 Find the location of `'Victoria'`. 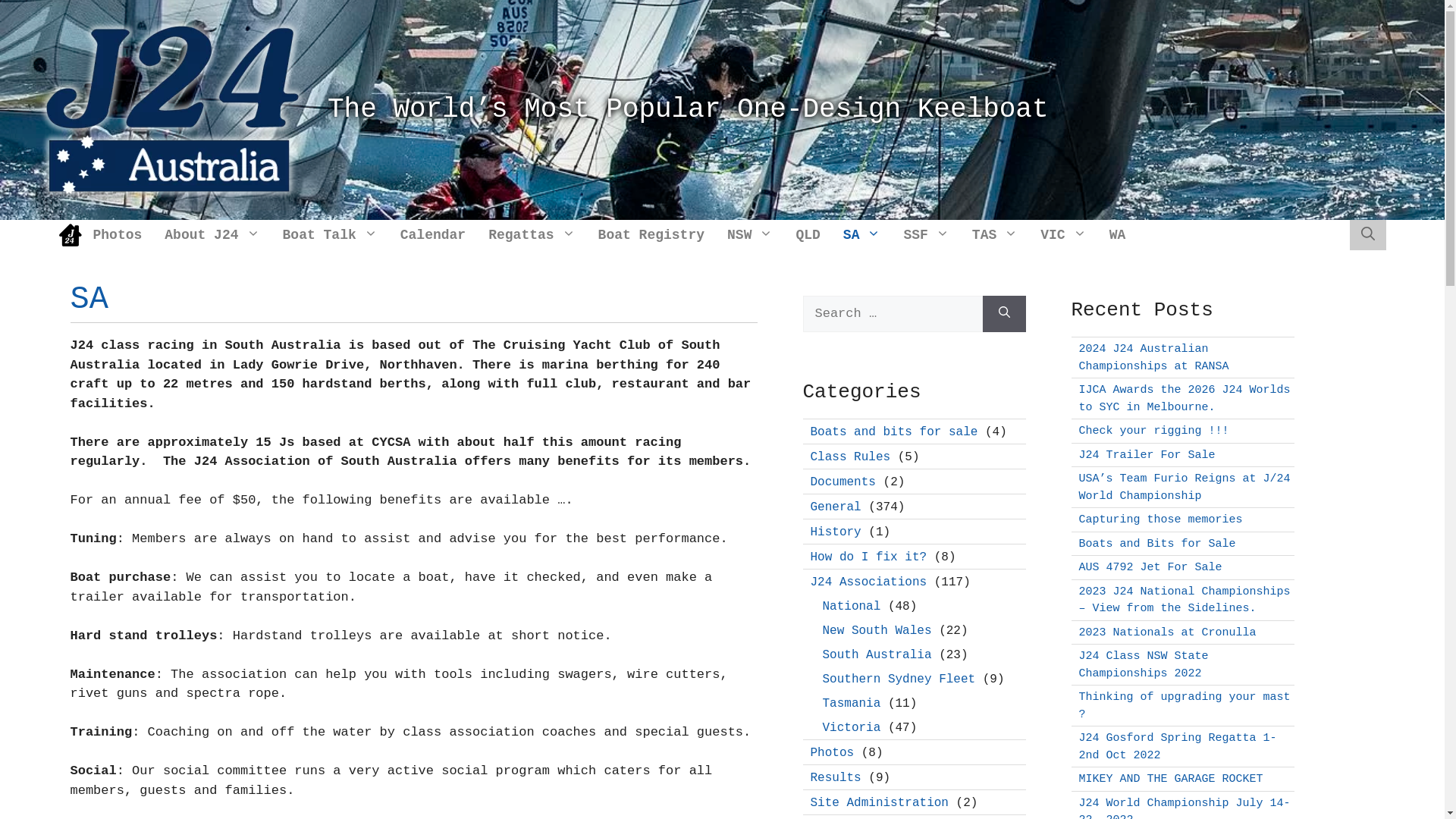

'Victoria' is located at coordinates (851, 726).